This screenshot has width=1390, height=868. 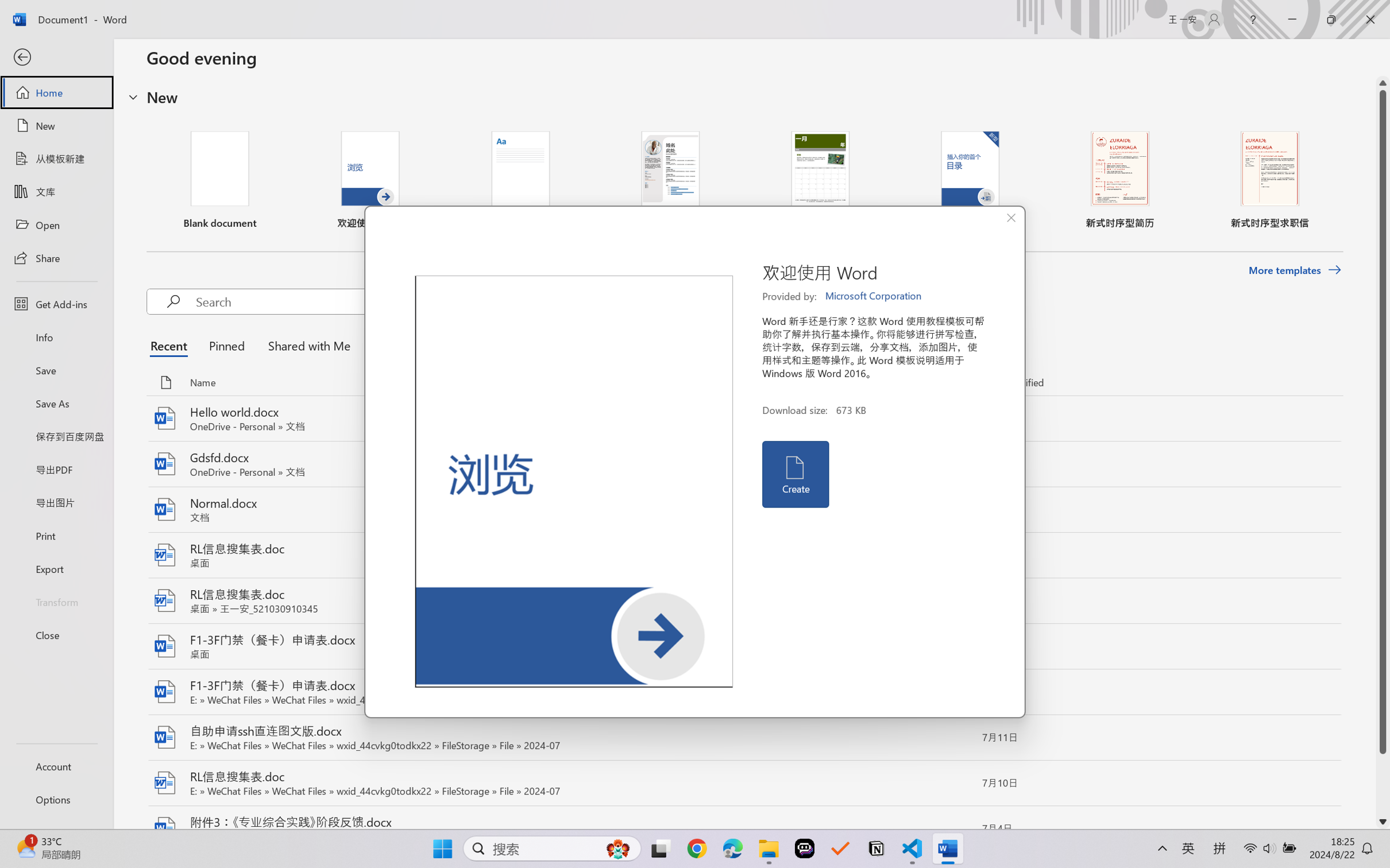 I want to click on 'Pinned', so click(x=226, y=345).